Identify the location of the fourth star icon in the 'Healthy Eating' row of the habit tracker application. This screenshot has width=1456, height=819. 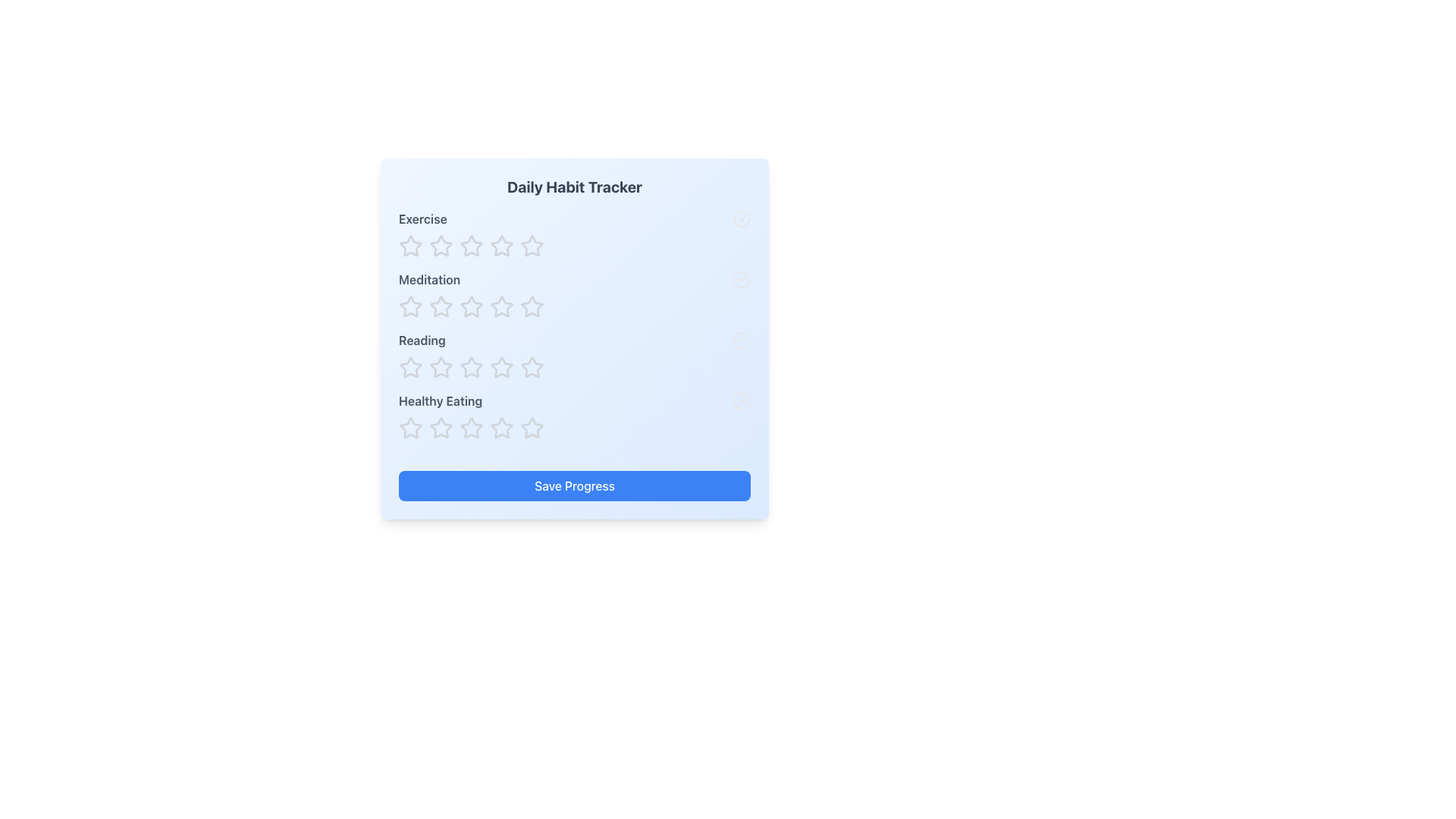
(501, 427).